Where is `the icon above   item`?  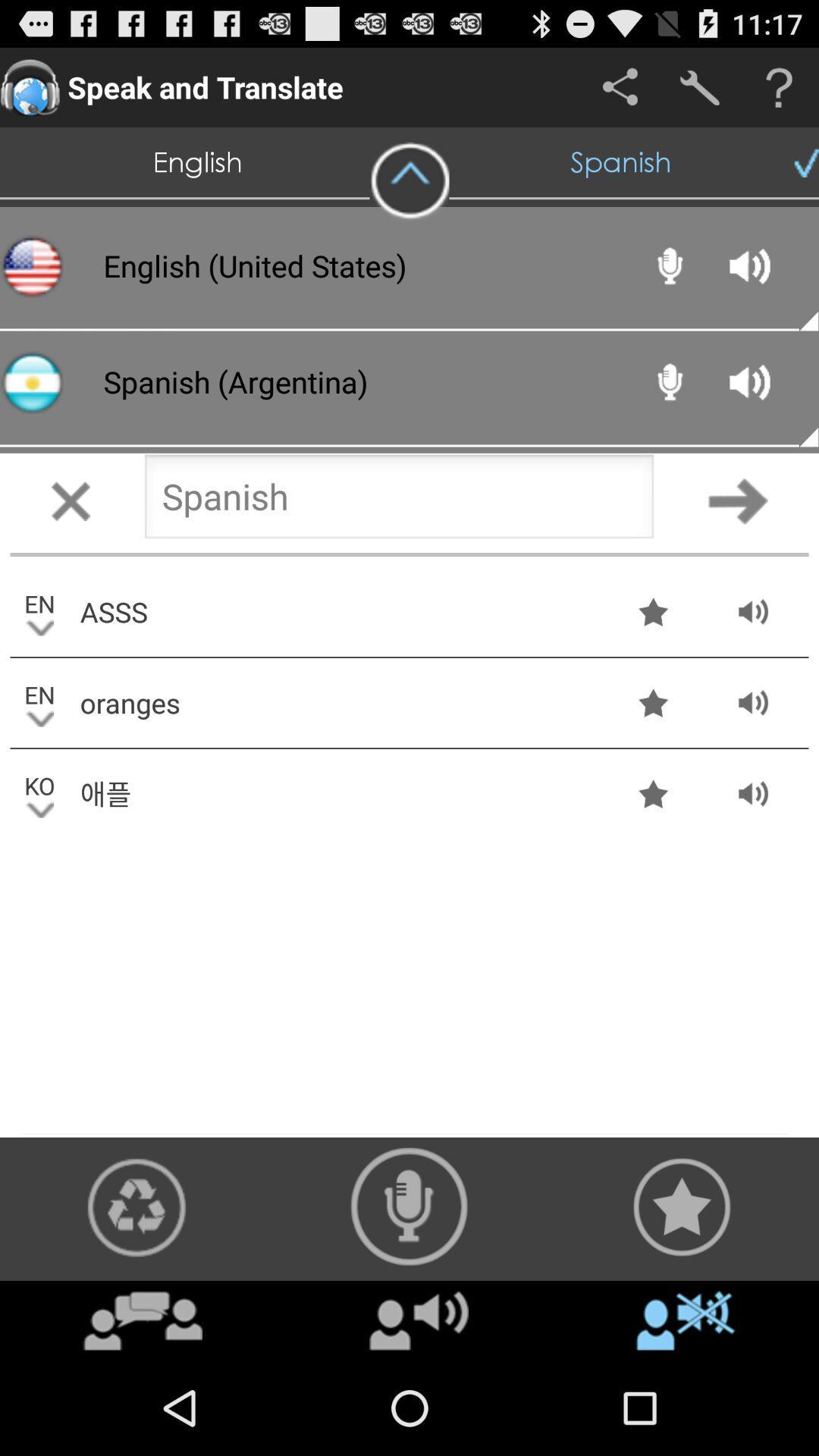
the icon above   item is located at coordinates (409, 1206).